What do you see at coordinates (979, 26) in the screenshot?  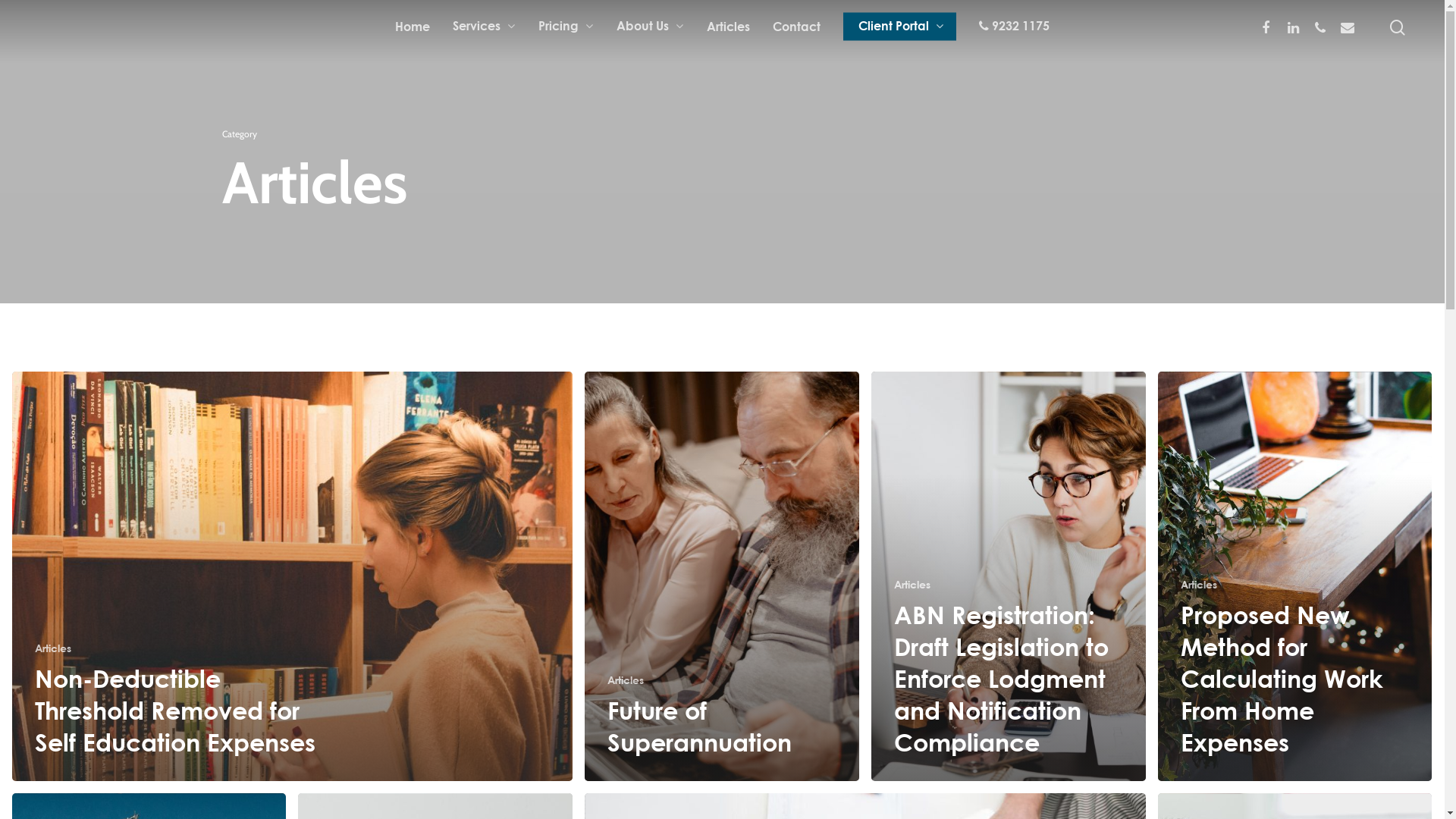 I see `'9232 1175'` at bounding box center [979, 26].